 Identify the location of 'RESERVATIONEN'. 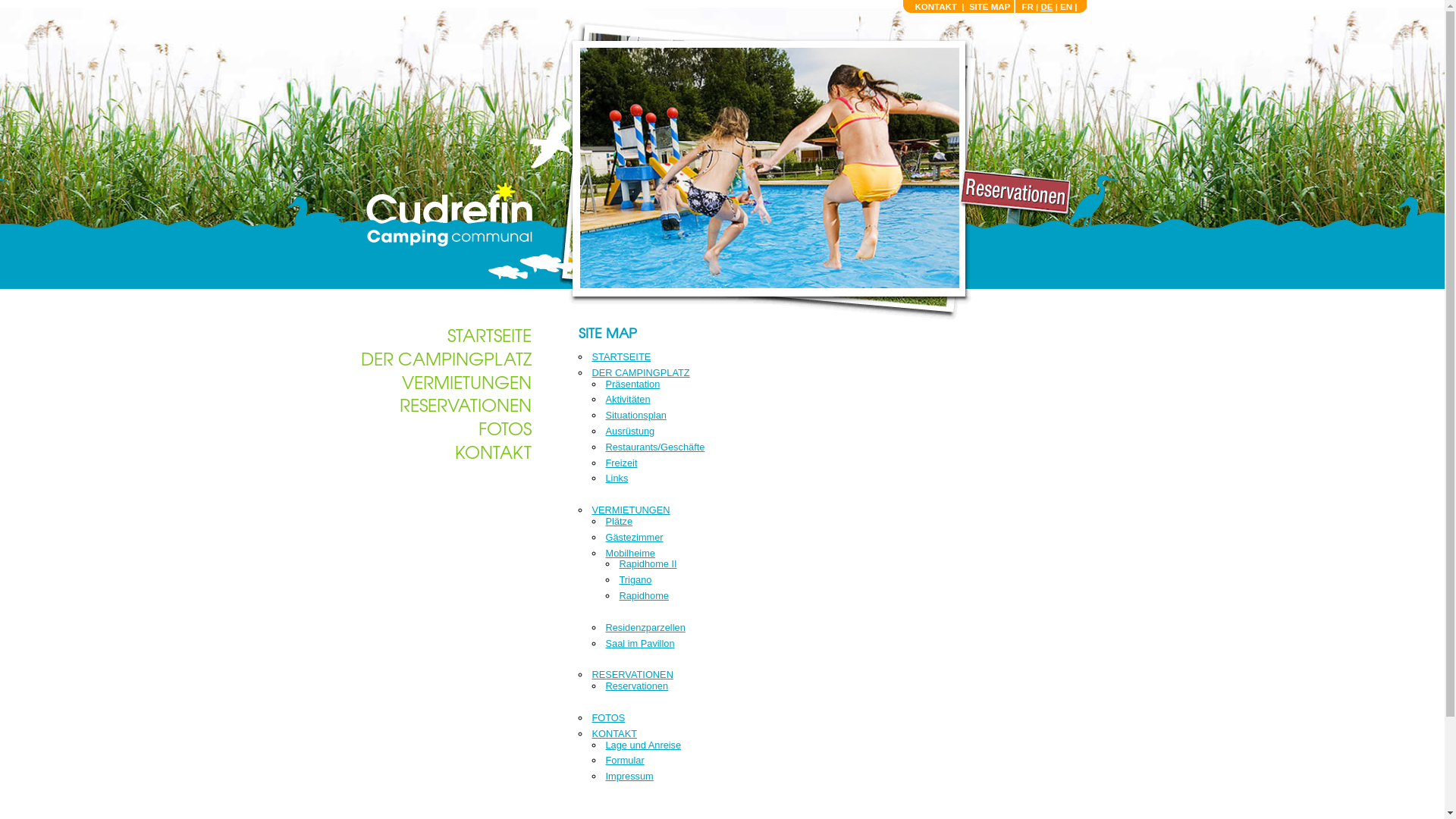
(464, 403).